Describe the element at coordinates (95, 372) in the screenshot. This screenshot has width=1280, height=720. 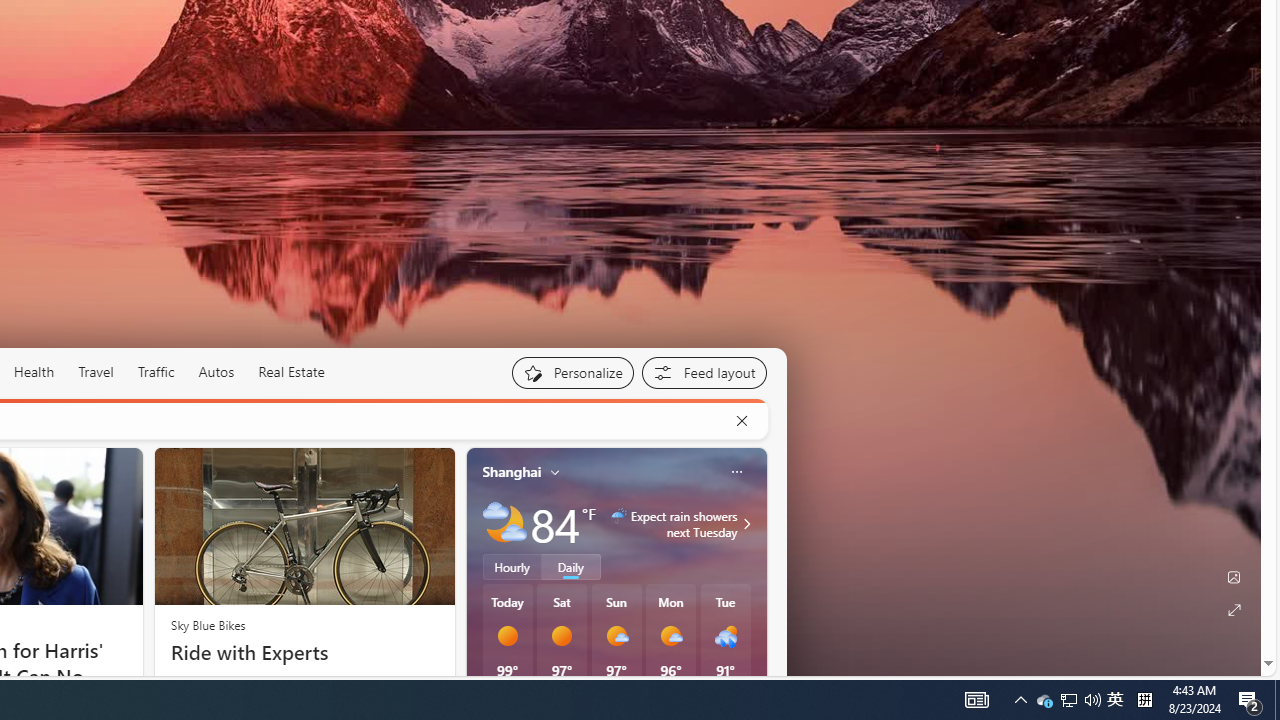
I see `'Travel'` at that location.